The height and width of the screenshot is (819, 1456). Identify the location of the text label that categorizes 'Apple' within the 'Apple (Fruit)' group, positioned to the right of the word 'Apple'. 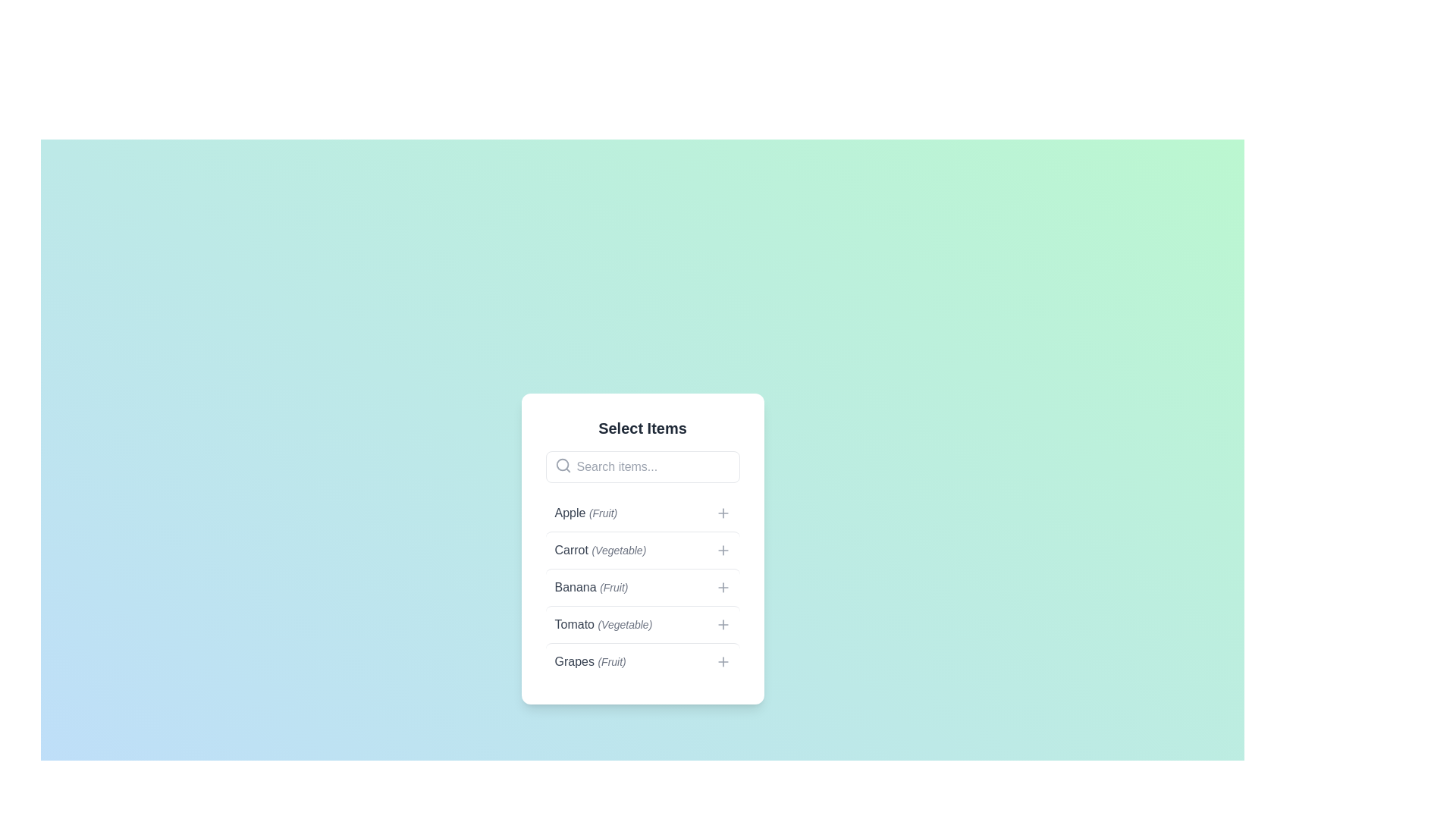
(602, 513).